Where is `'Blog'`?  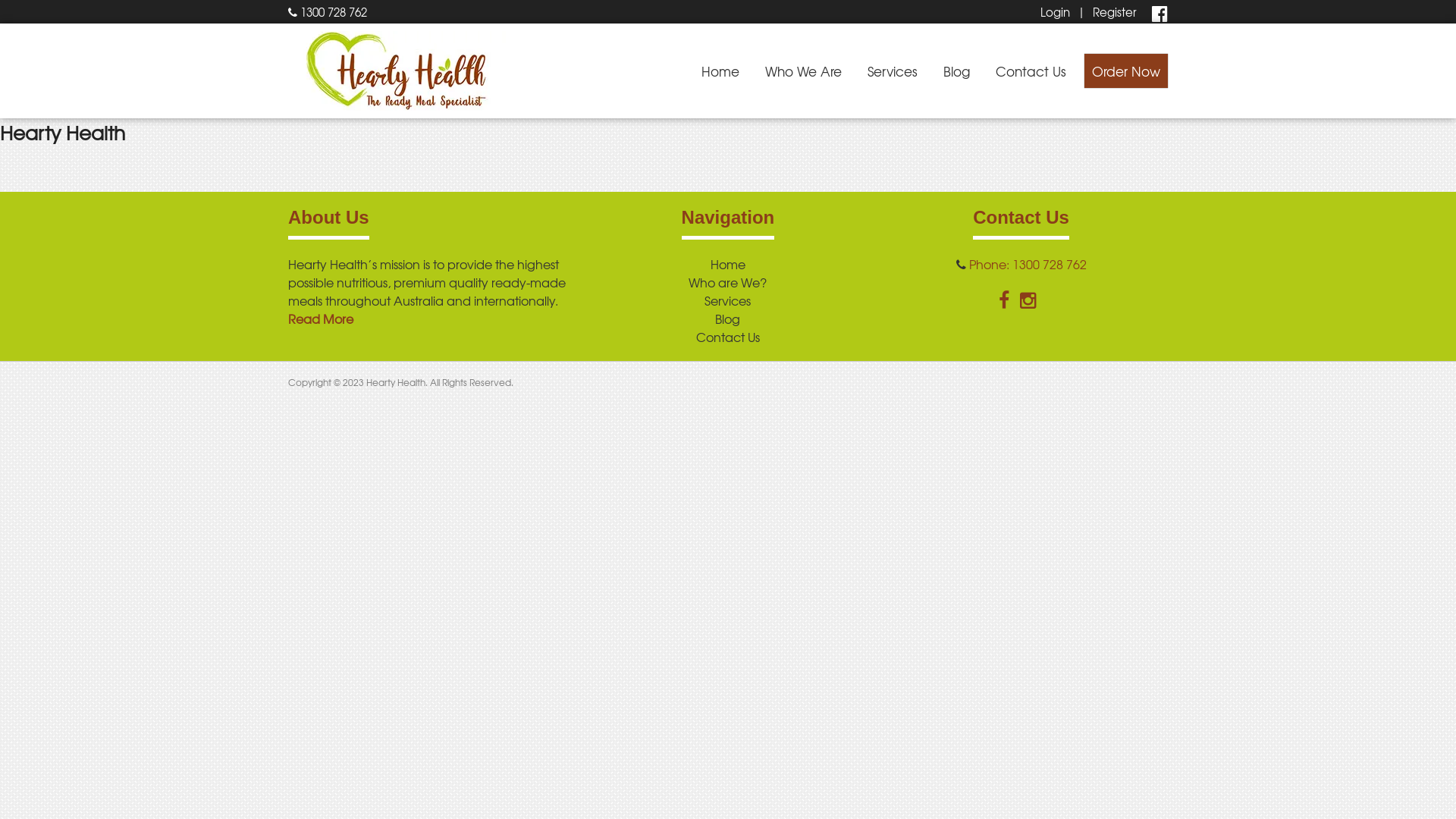
'Blog' is located at coordinates (955, 71).